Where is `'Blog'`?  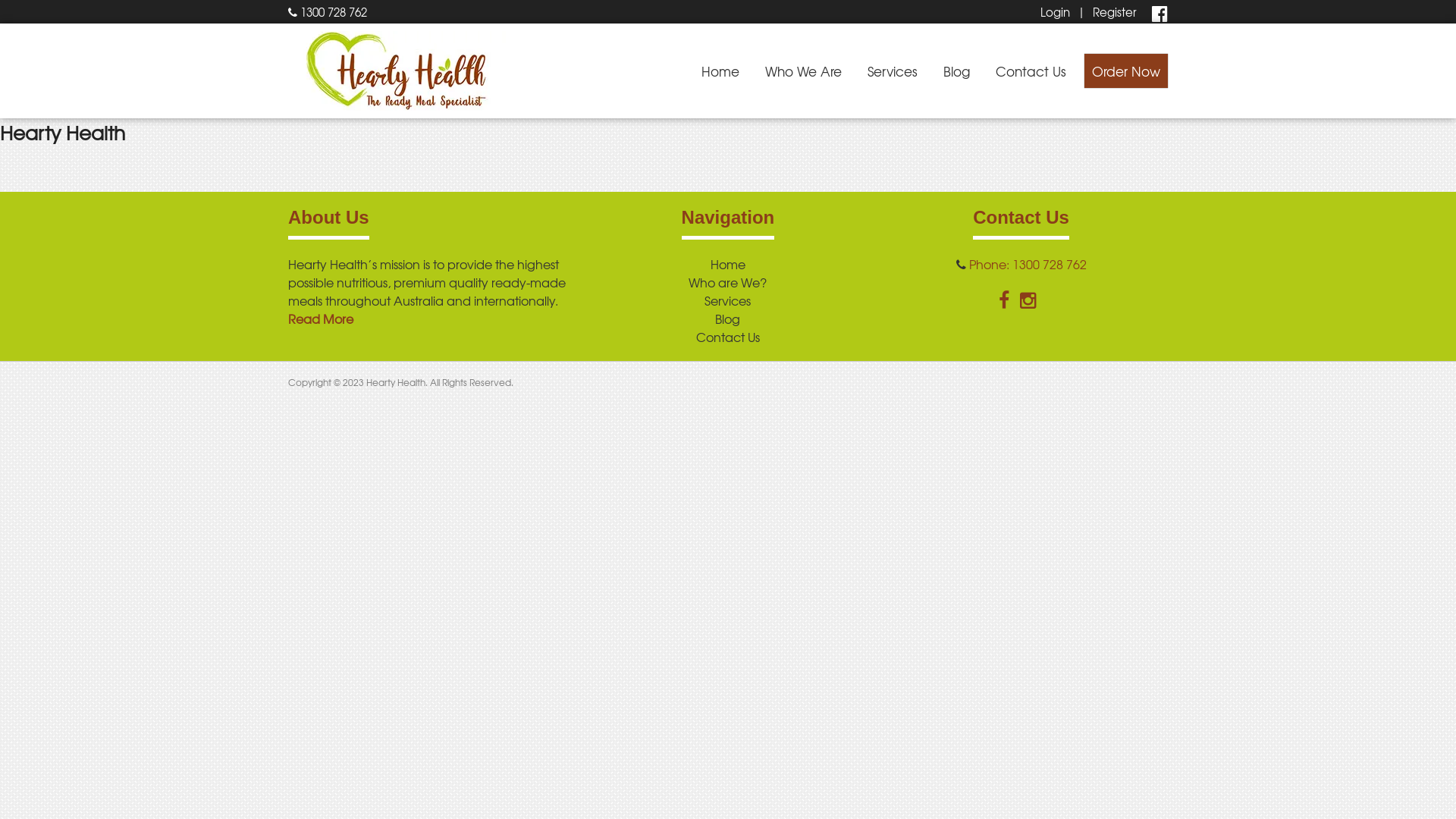
'Blog' is located at coordinates (955, 71).